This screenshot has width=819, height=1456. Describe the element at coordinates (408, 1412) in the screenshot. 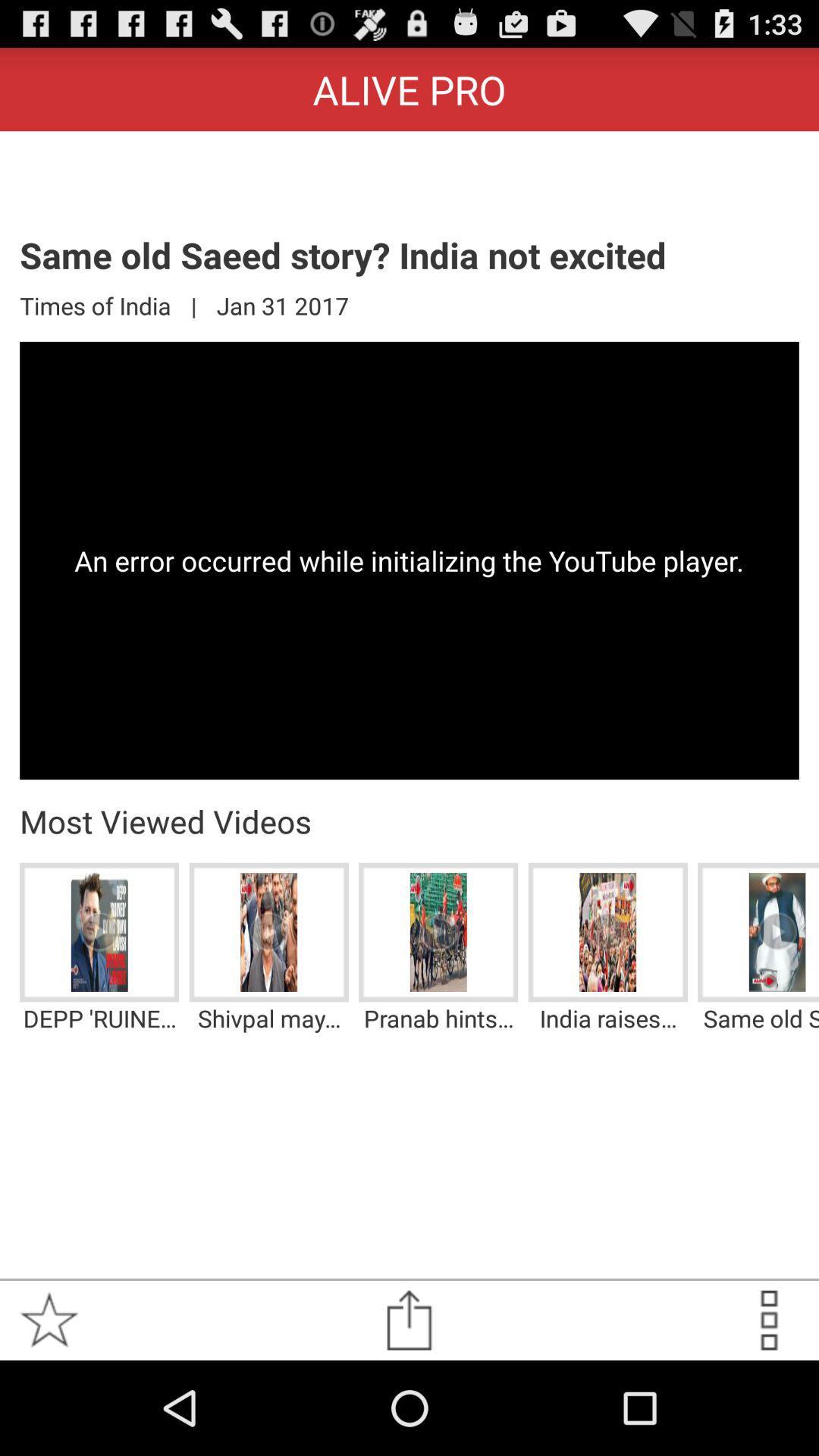

I see `the share icon` at that location.